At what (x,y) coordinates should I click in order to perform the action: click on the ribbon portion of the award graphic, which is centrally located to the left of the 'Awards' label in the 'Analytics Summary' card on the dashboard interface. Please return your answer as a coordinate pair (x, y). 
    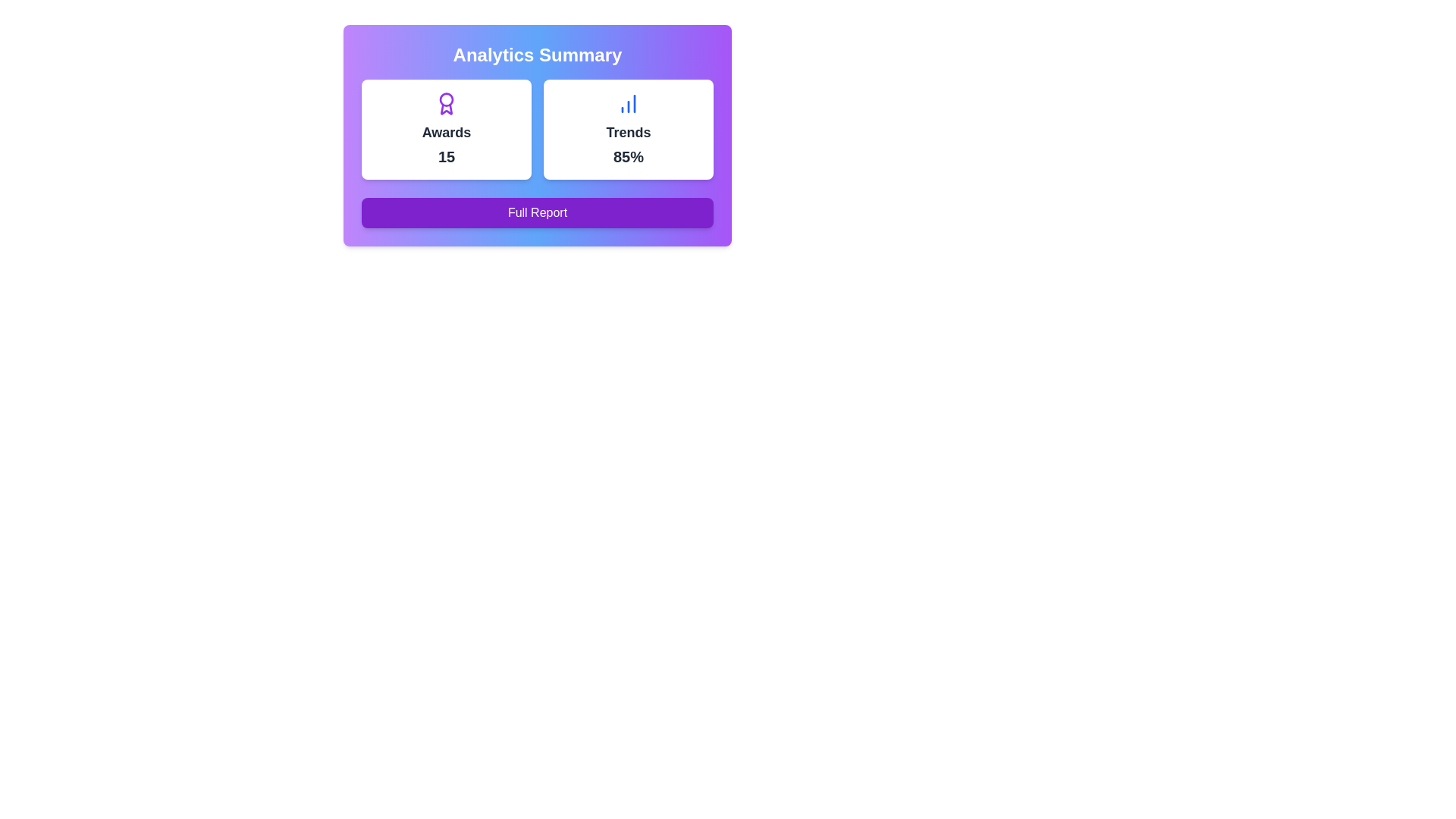
    Looking at the image, I should click on (446, 108).